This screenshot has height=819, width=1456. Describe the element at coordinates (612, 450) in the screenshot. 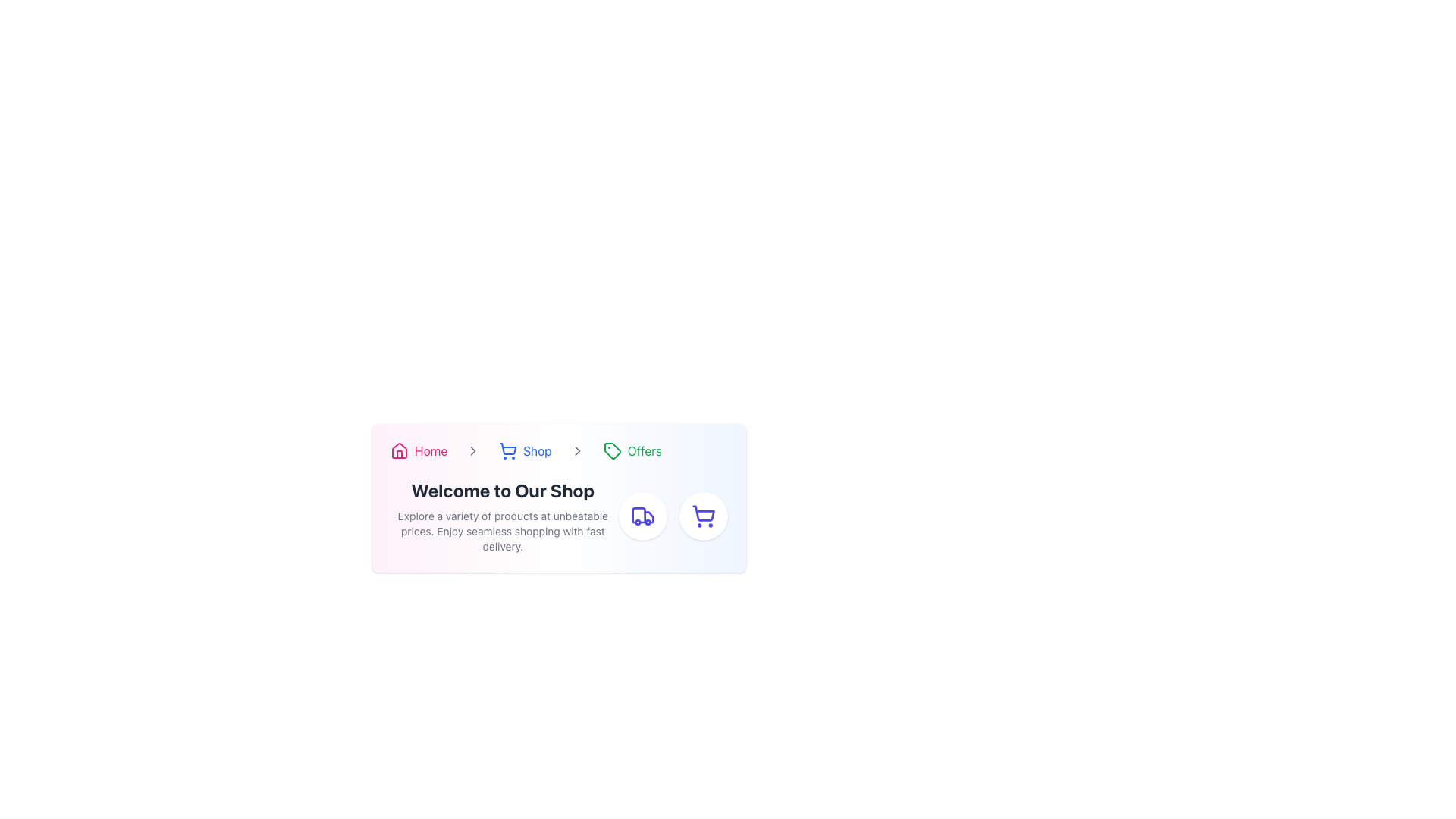

I see `the tag icon in the breadcrumb navigation bar, located between the 'Shop' link and the 'Offers' text` at that location.